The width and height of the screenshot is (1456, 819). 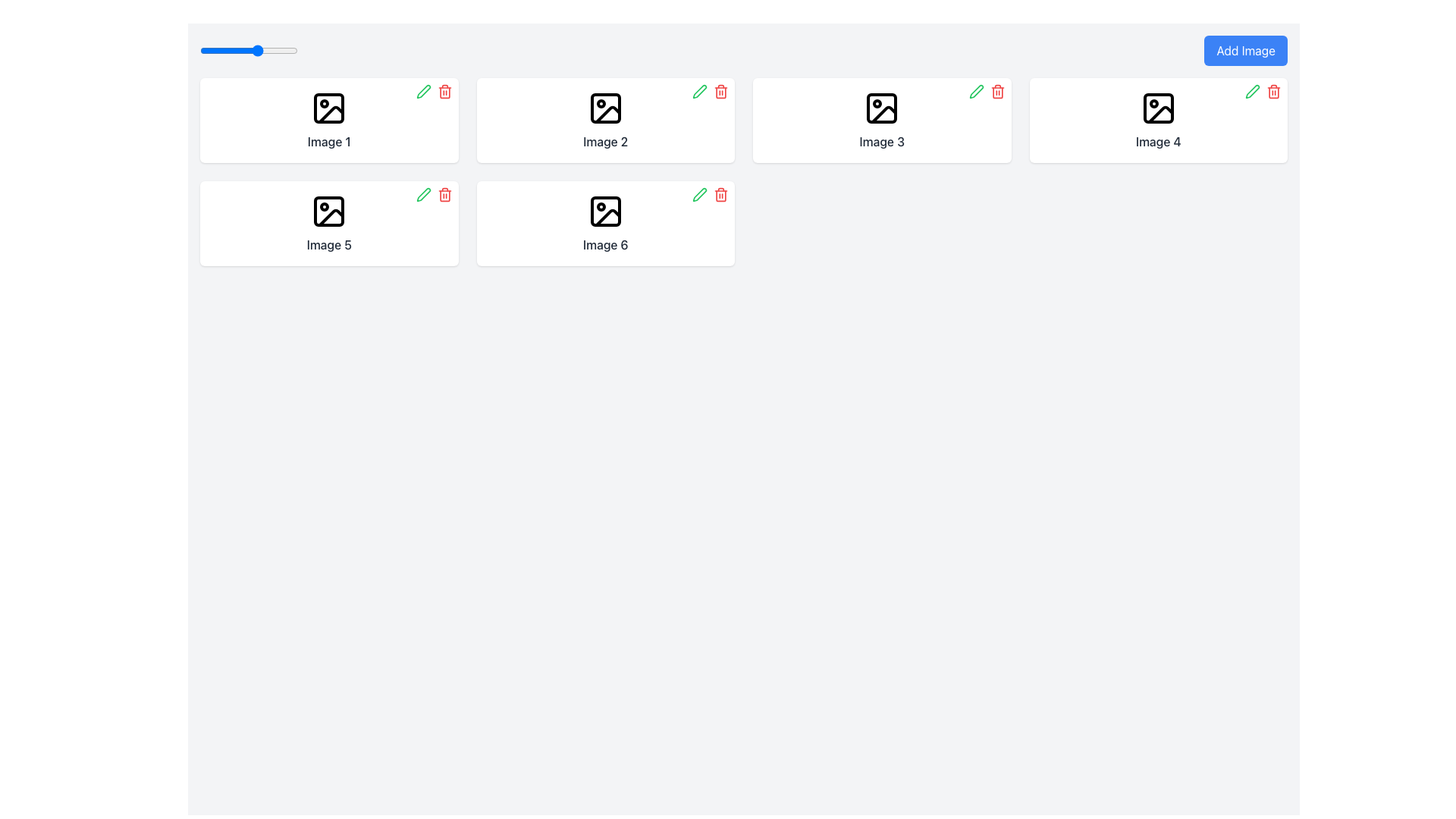 What do you see at coordinates (604, 107) in the screenshot?
I see `the rounded rectangle graphical shape that serves as a decorative or structural component of the image icon` at bounding box center [604, 107].